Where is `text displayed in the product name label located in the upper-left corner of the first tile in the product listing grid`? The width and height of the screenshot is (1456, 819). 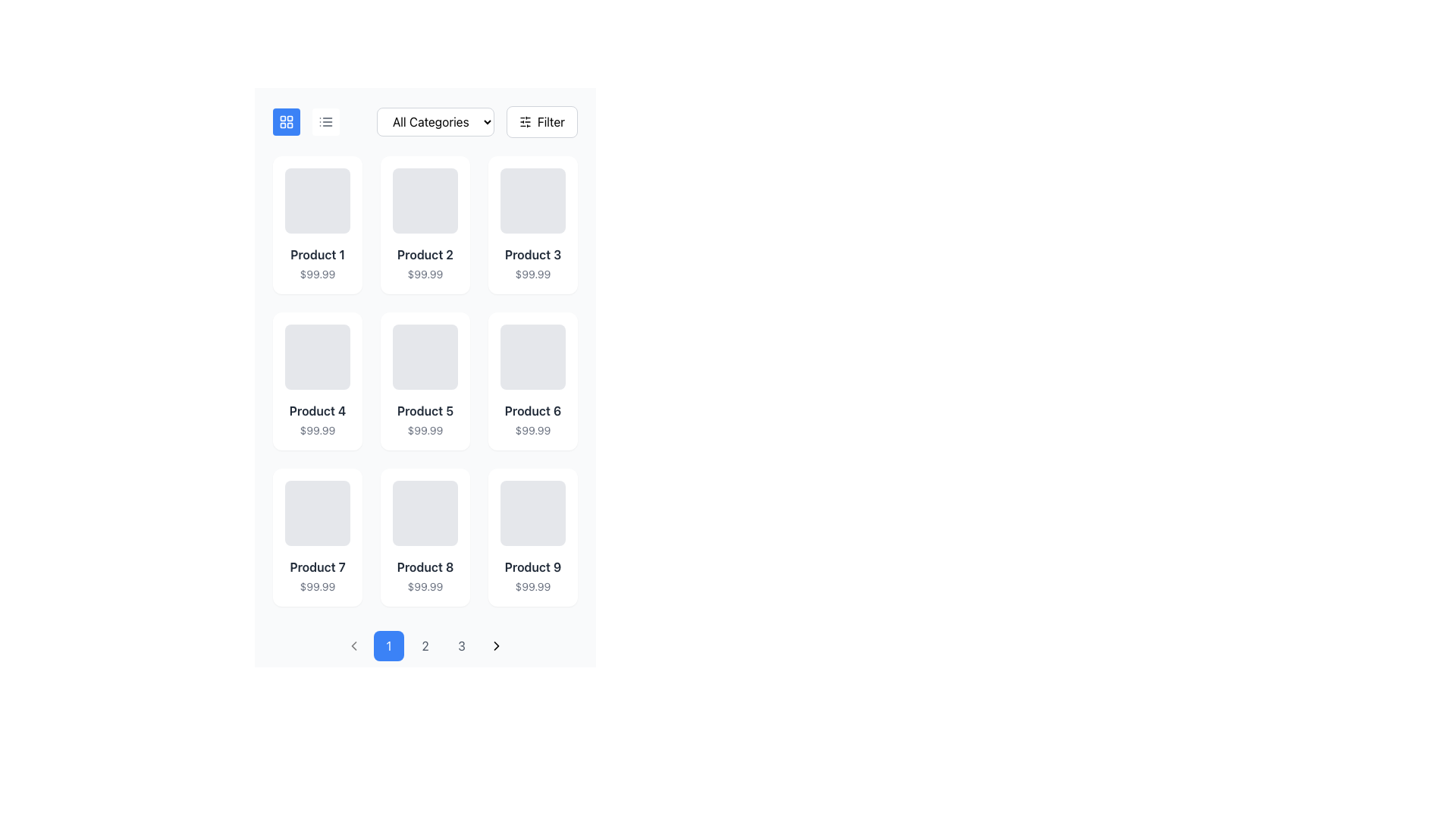 text displayed in the product name label located in the upper-left corner of the first tile in the product listing grid is located at coordinates (316, 253).